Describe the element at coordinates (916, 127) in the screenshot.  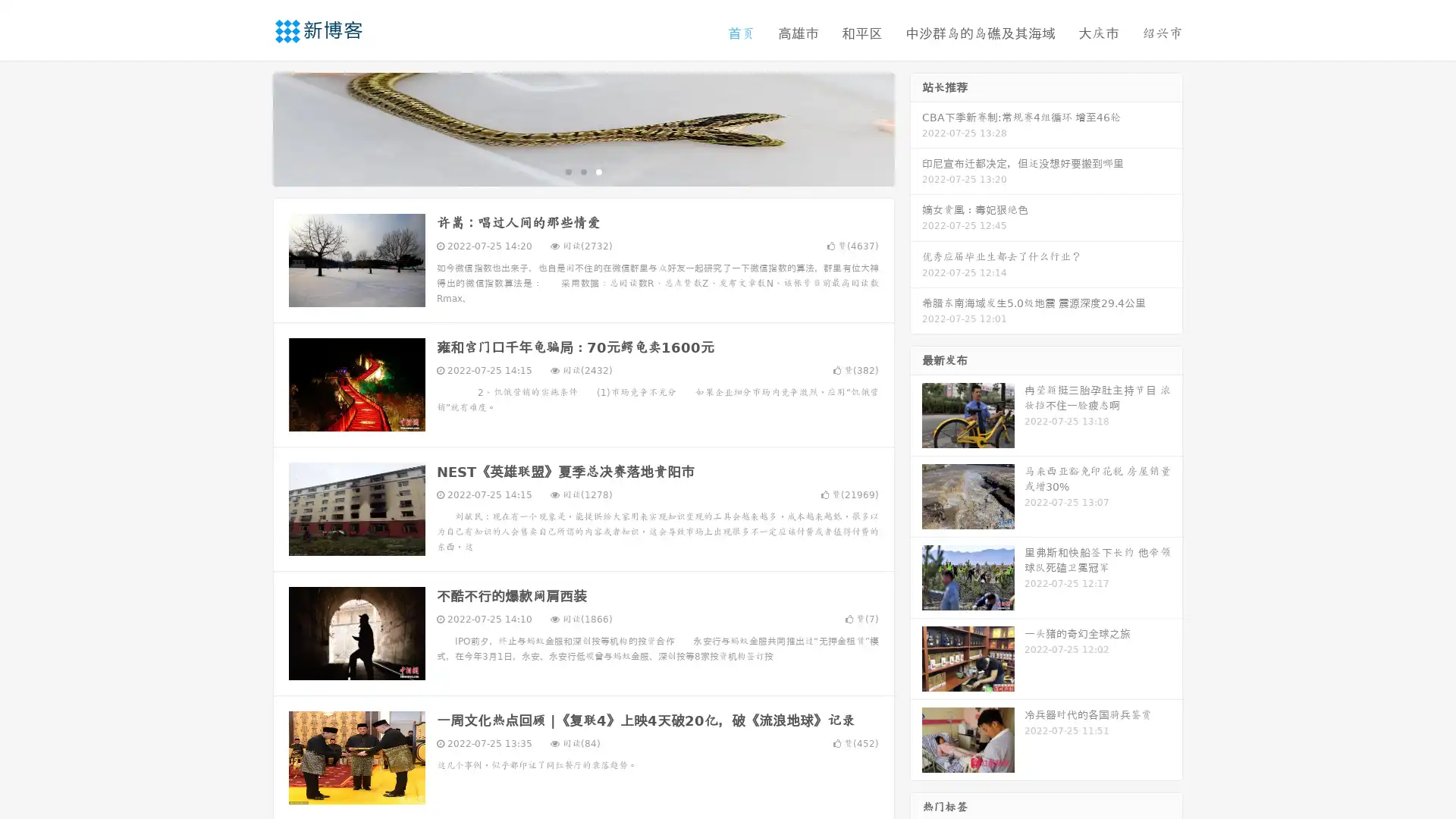
I see `Next slide` at that location.